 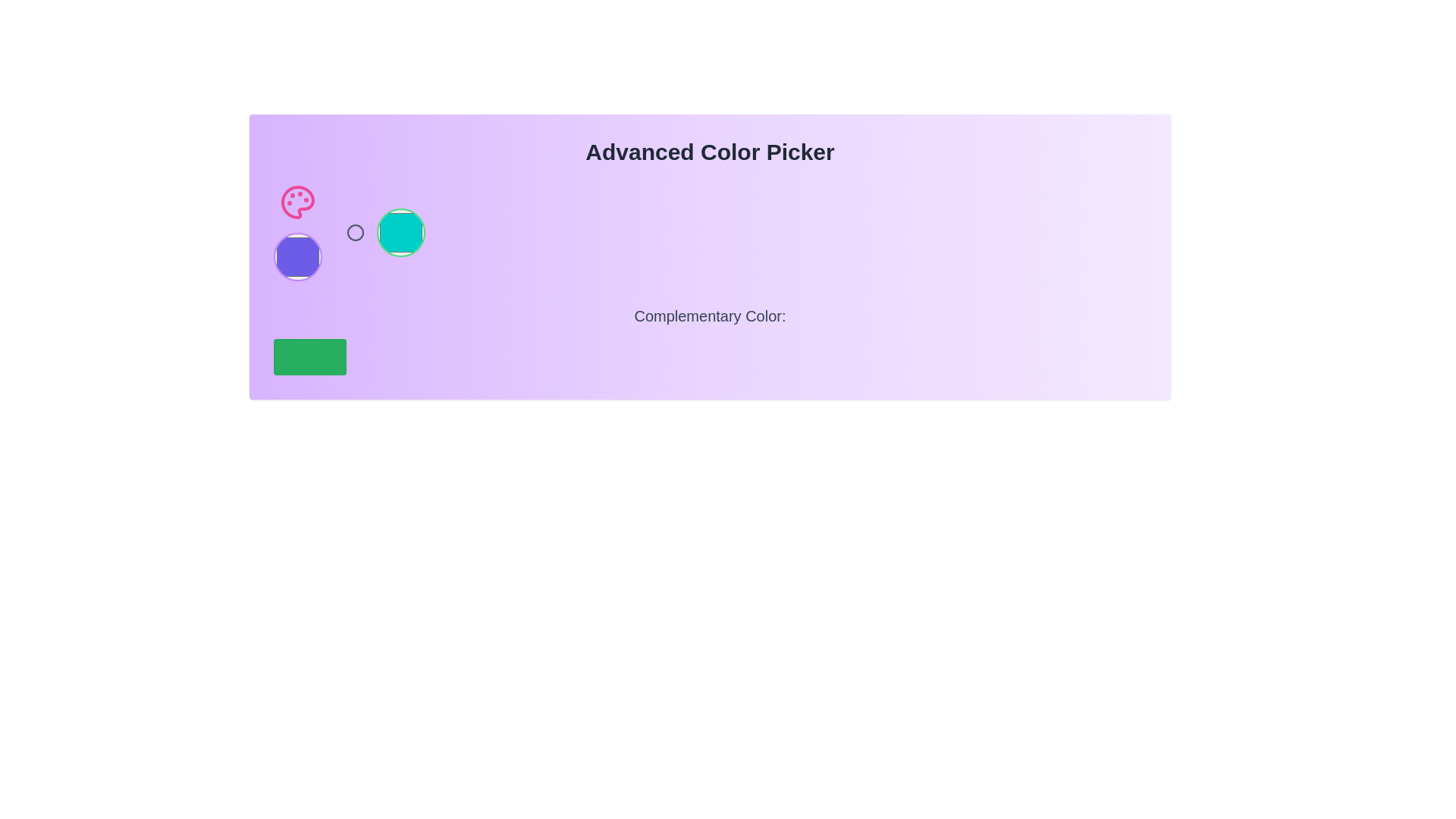 I want to click on the third Selectable Color Button which has a turquoise fill and a green outline, located in a horizontal layout, so click(x=400, y=233).